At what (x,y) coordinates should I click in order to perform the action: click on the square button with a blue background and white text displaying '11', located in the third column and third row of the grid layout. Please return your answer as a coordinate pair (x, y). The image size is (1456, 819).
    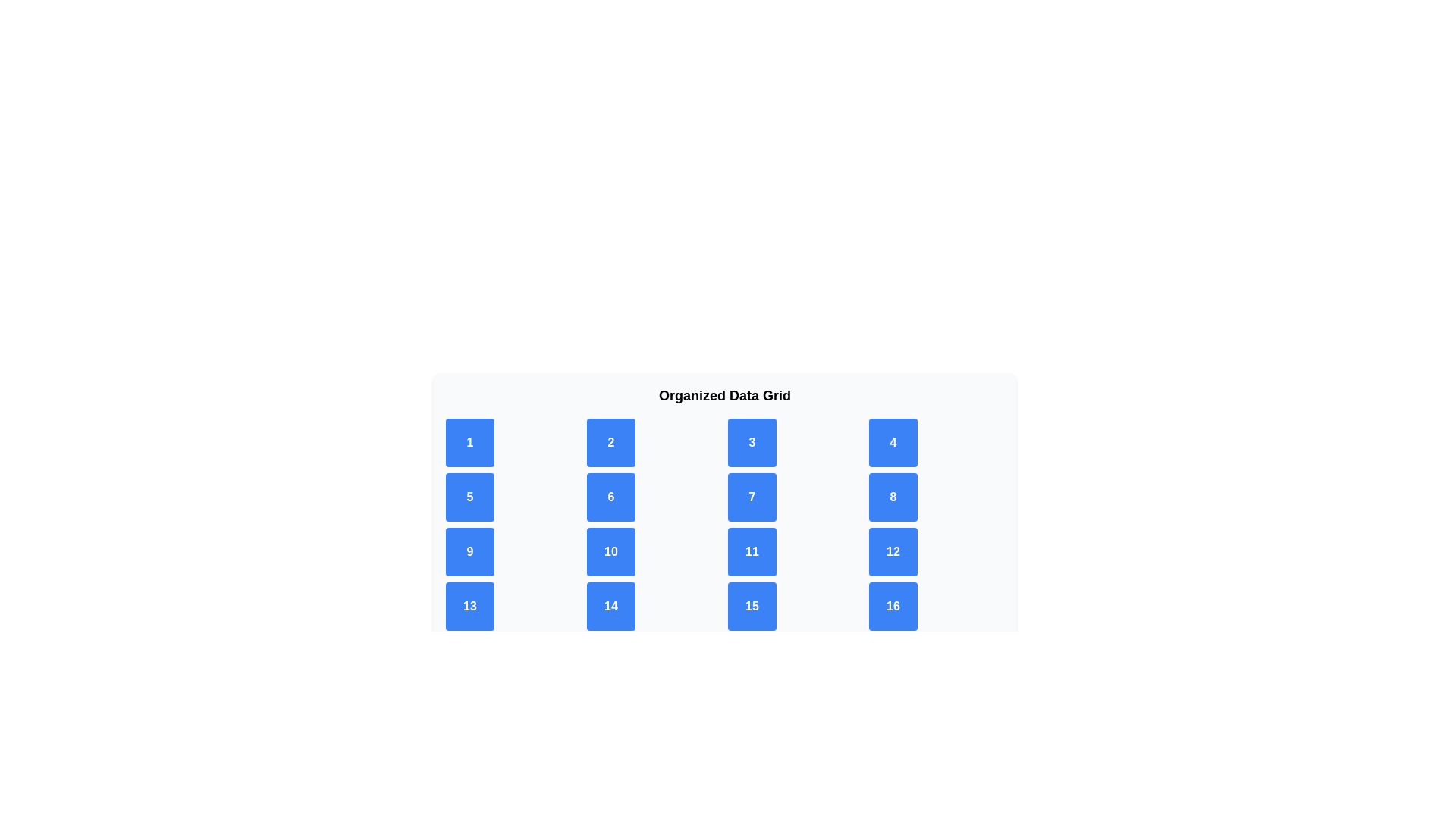
    Looking at the image, I should click on (752, 552).